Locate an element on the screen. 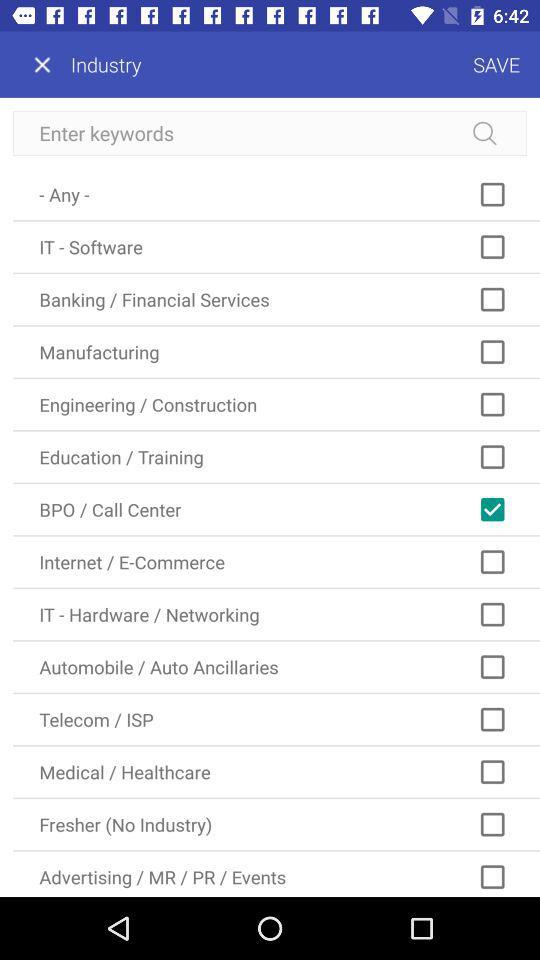  education / training icon is located at coordinates (275, 457).